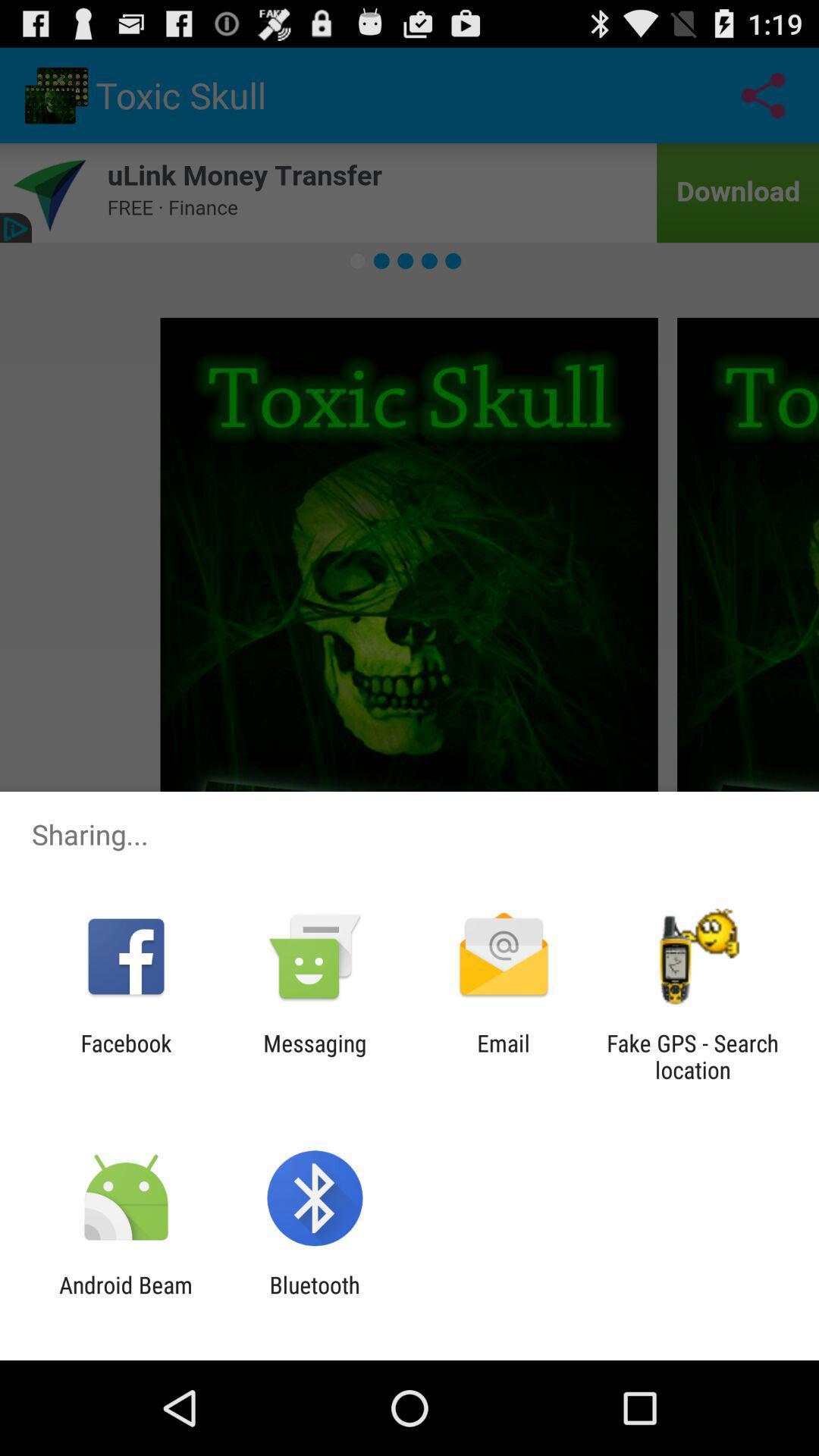  I want to click on the facebook icon, so click(125, 1056).